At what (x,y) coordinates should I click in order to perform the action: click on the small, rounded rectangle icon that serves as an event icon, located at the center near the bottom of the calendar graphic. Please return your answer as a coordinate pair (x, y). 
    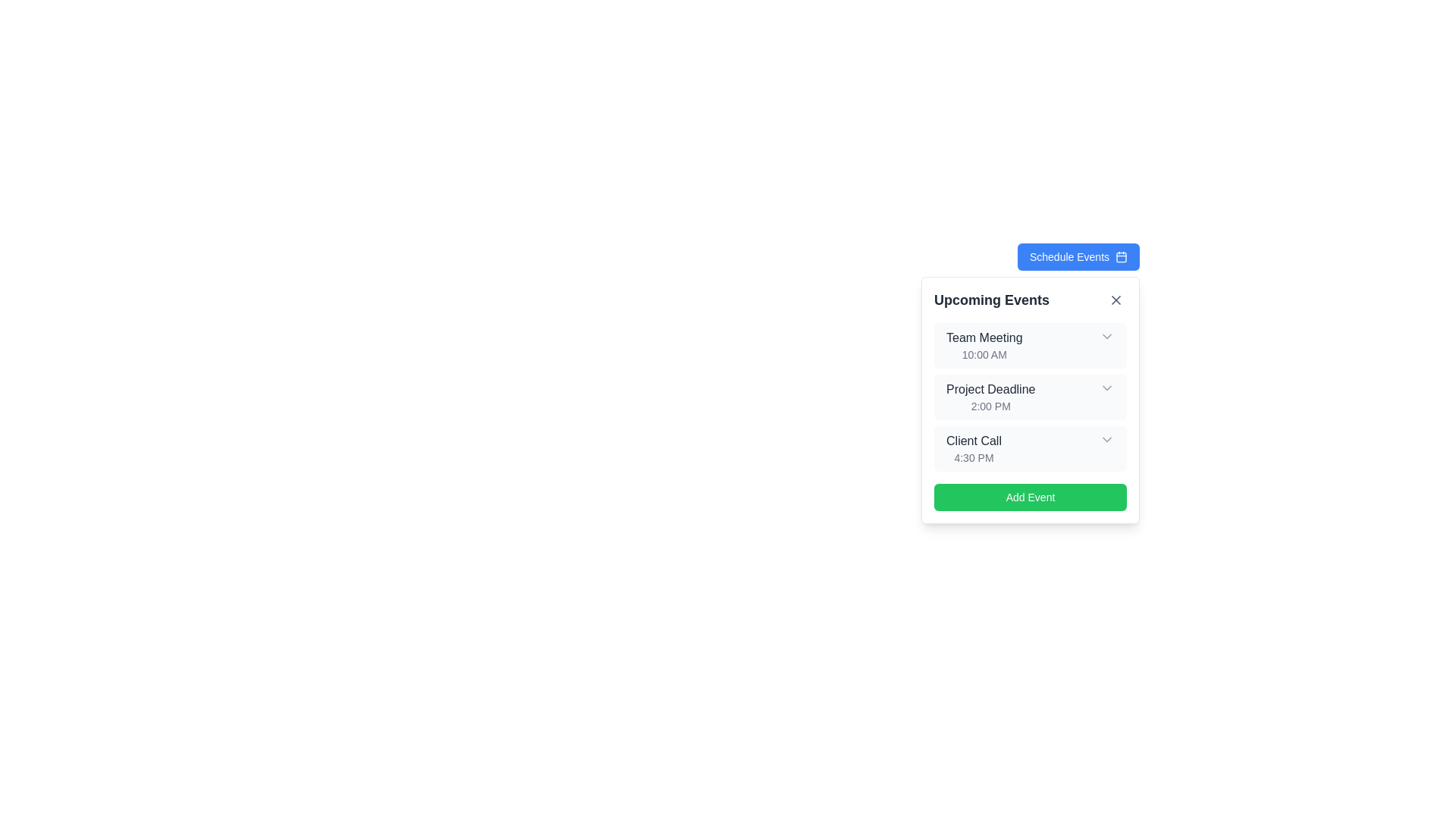
    Looking at the image, I should click on (1121, 256).